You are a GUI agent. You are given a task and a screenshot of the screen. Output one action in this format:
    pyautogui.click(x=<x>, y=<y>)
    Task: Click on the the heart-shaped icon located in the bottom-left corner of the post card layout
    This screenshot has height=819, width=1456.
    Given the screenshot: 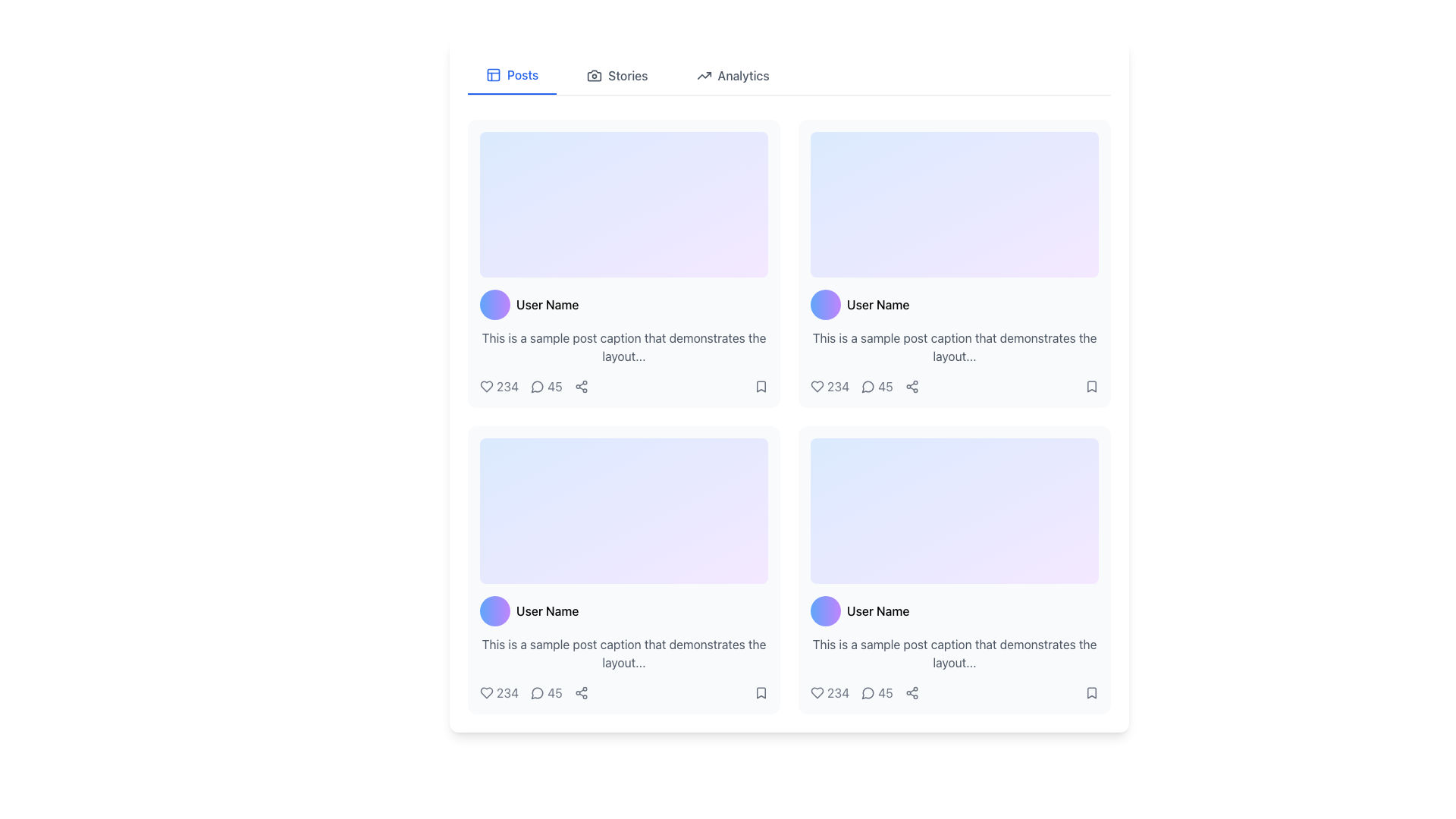 What is the action you would take?
    pyautogui.click(x=487, y=693)
    